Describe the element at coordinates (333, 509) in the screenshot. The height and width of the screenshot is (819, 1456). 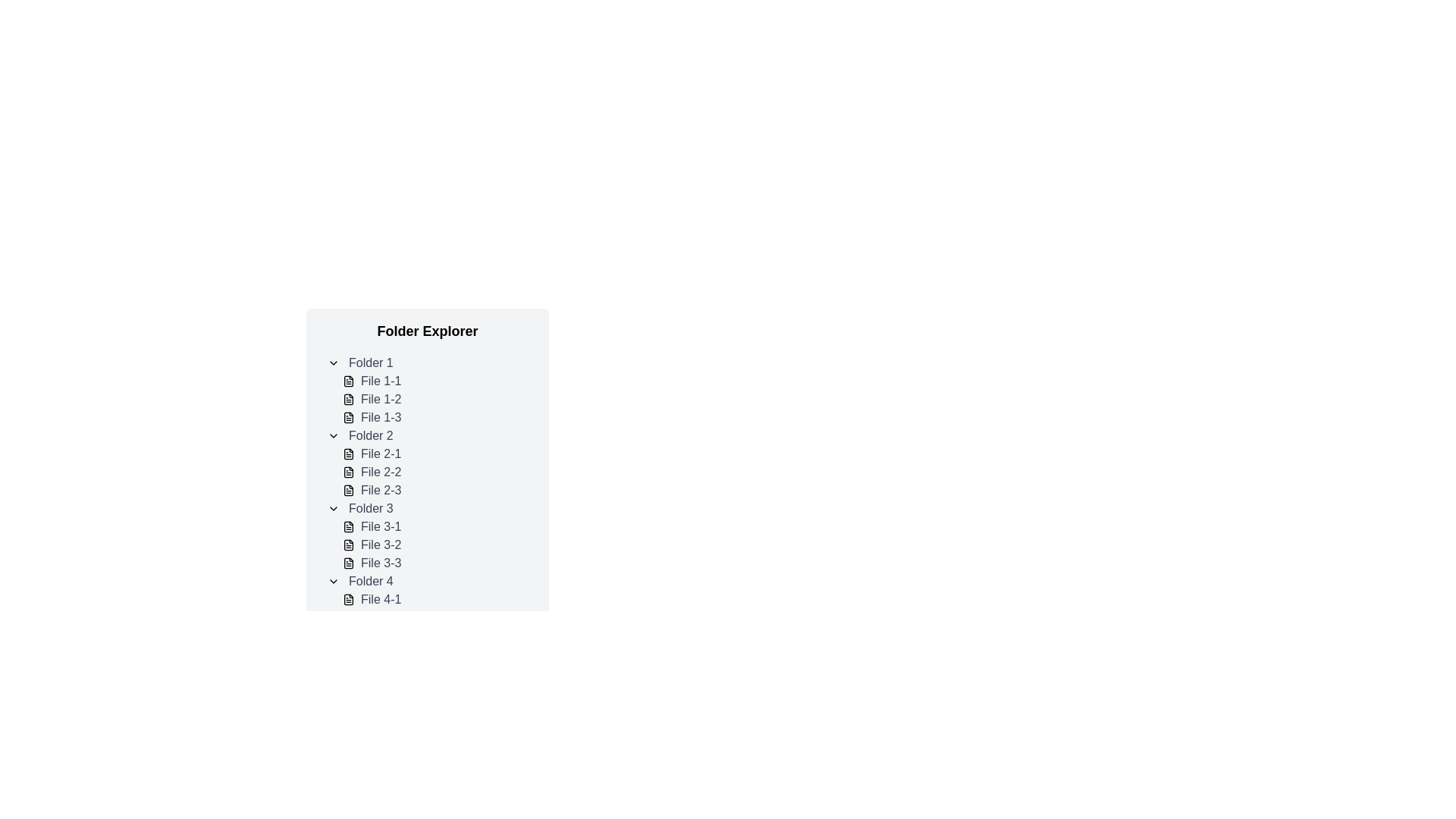
I see `the button with a downwards-chevron icon next to the text labeled 'Folder 3'` at that location.